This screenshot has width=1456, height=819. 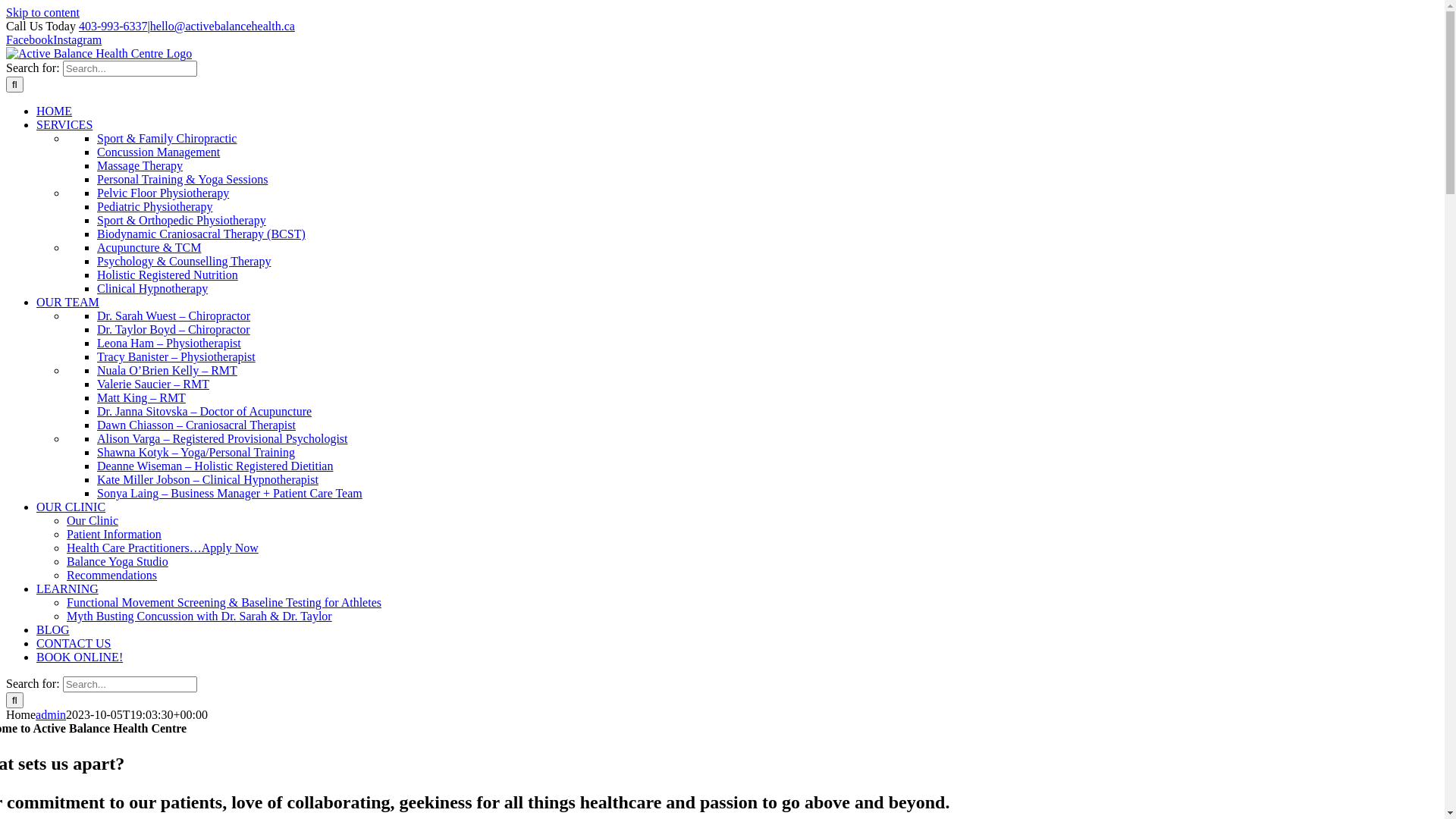 I want to click on 'Personal Training & Yoga Sessions', so click(x=182, y=178).